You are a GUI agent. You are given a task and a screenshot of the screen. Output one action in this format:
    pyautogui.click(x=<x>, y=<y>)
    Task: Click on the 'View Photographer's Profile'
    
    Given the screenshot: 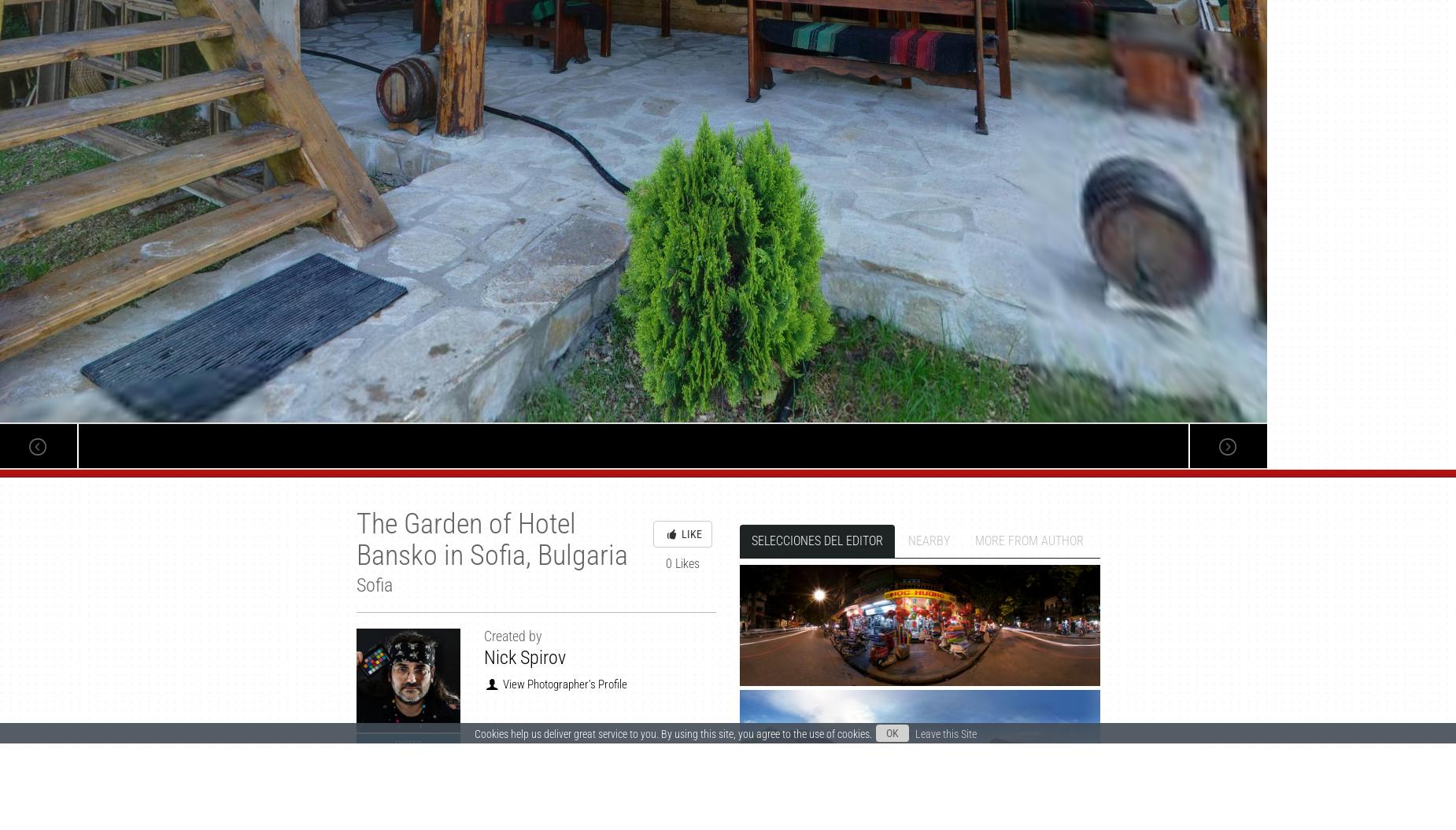 What is the action you would take?
    pyautogui.click(x=563, y=684)
    